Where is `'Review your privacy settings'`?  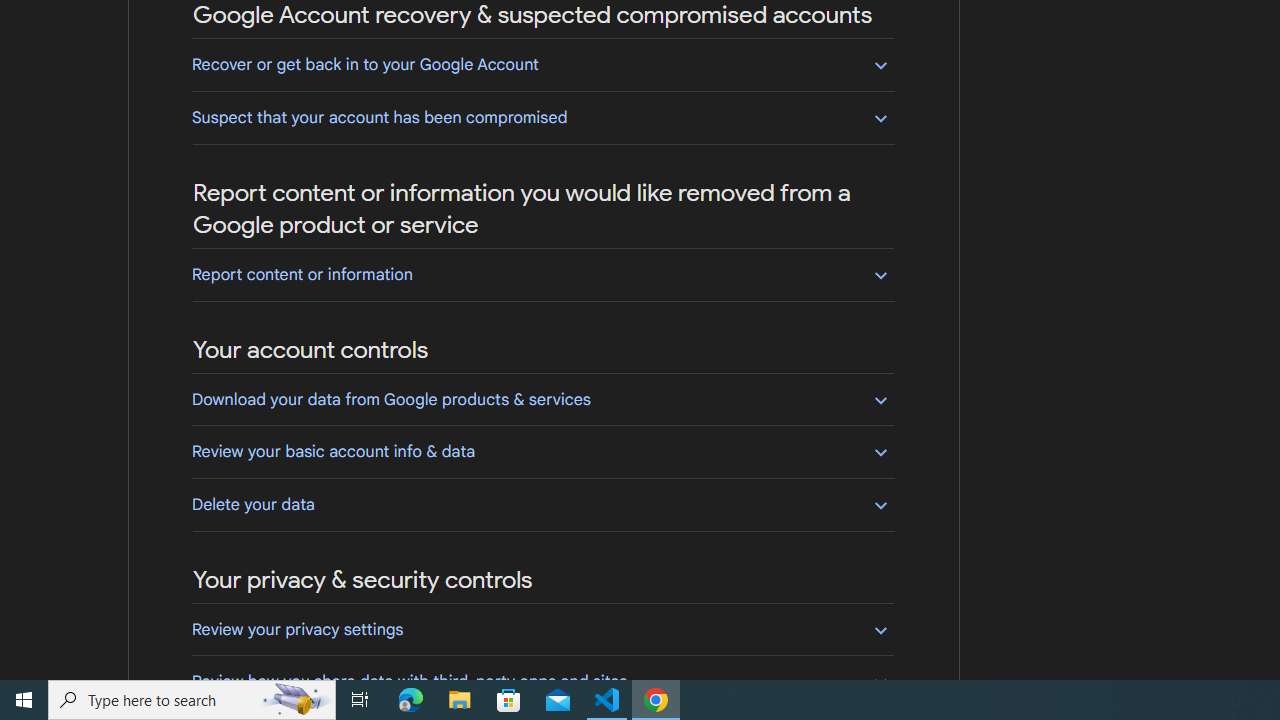
'Review your privacy settings' is located at coordinates (542, 628).